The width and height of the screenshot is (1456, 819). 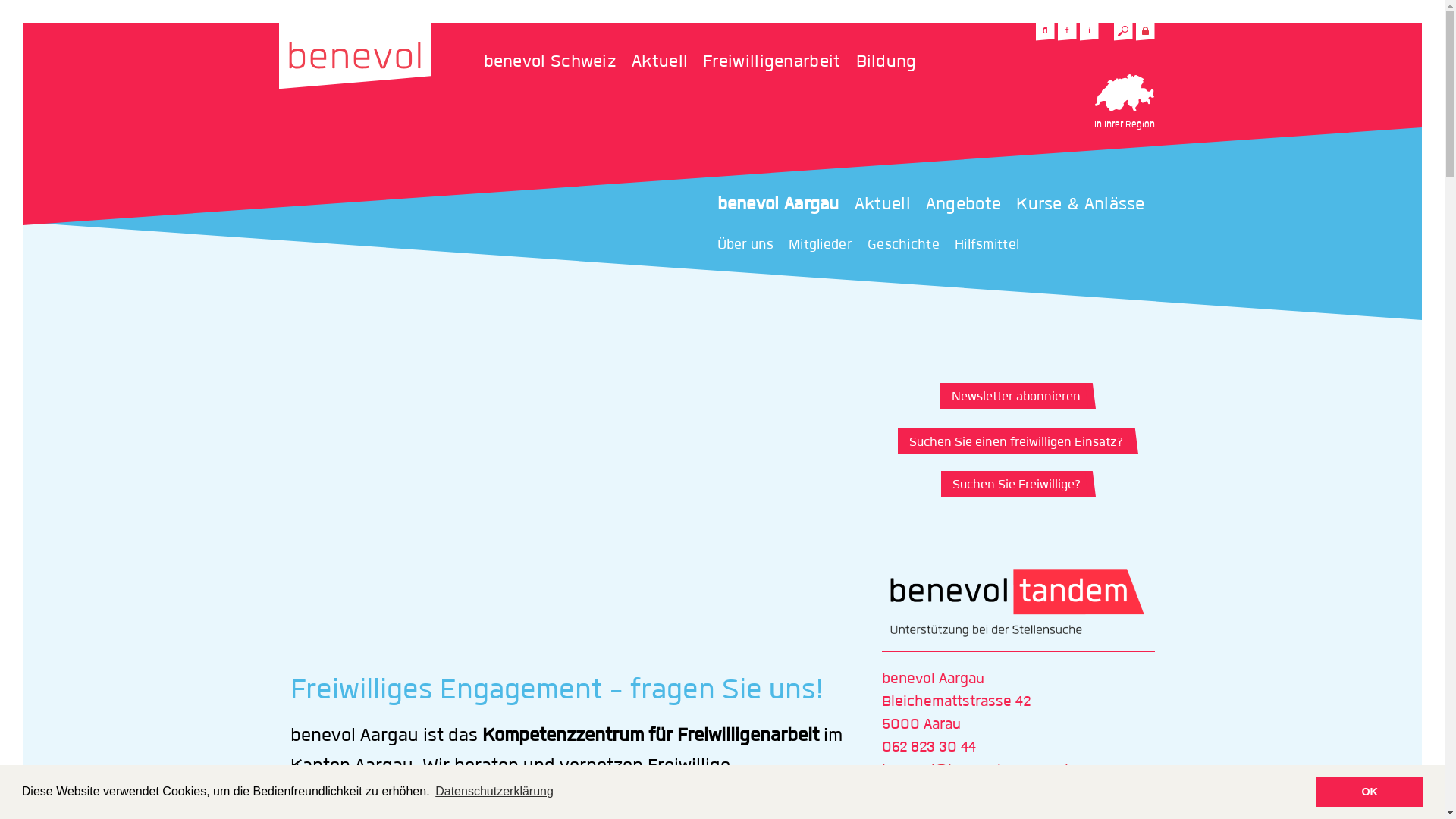 I want to click on 'Benevol', so click(x=279, y=55).